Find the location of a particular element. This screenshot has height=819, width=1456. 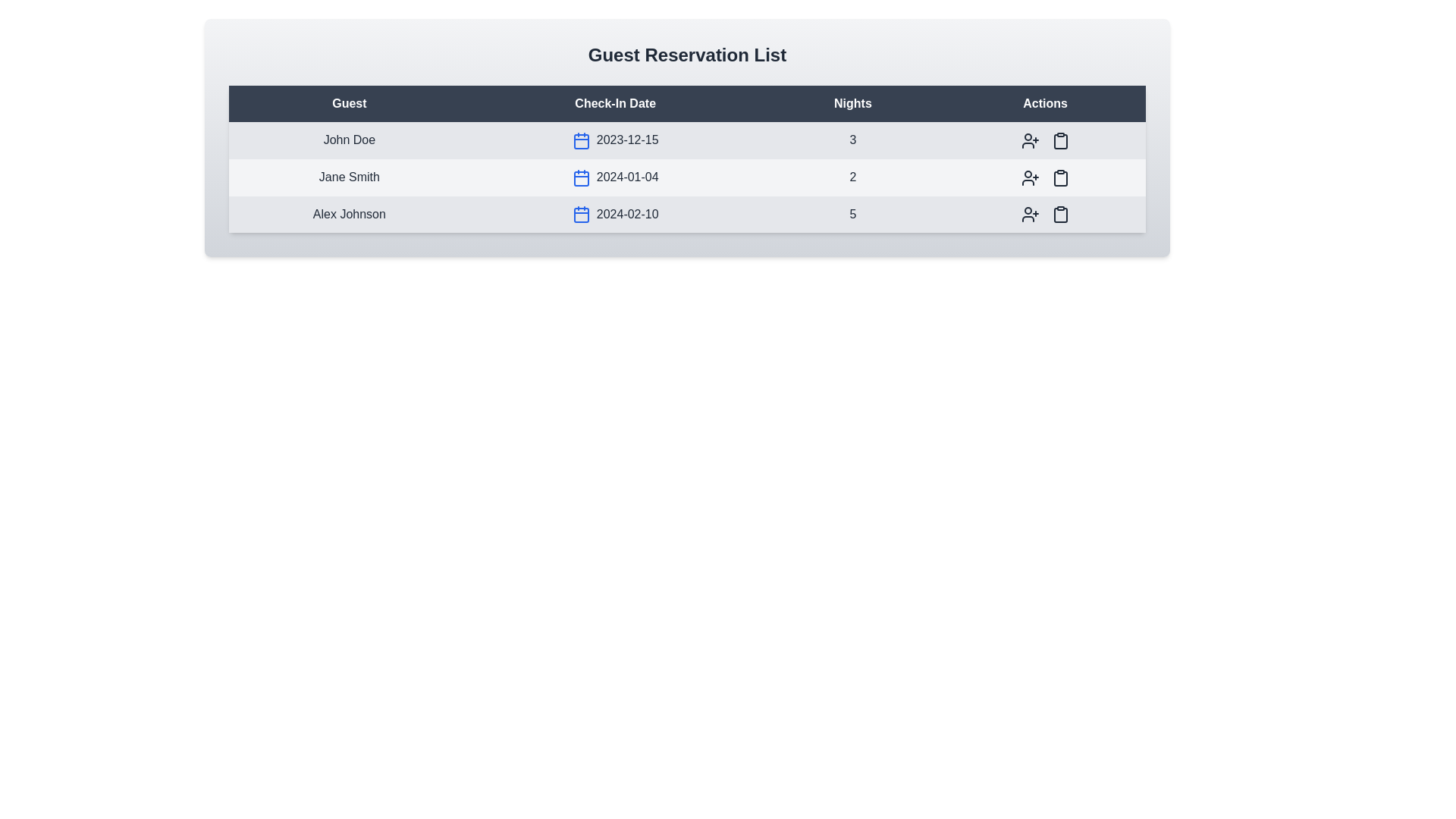

the main body of the calendar icon, which is a rectangular shape with rounded corners and a blue stroke, located under the 'Check-In Date' column in the second row of the table is located at coordinates (580, 177).